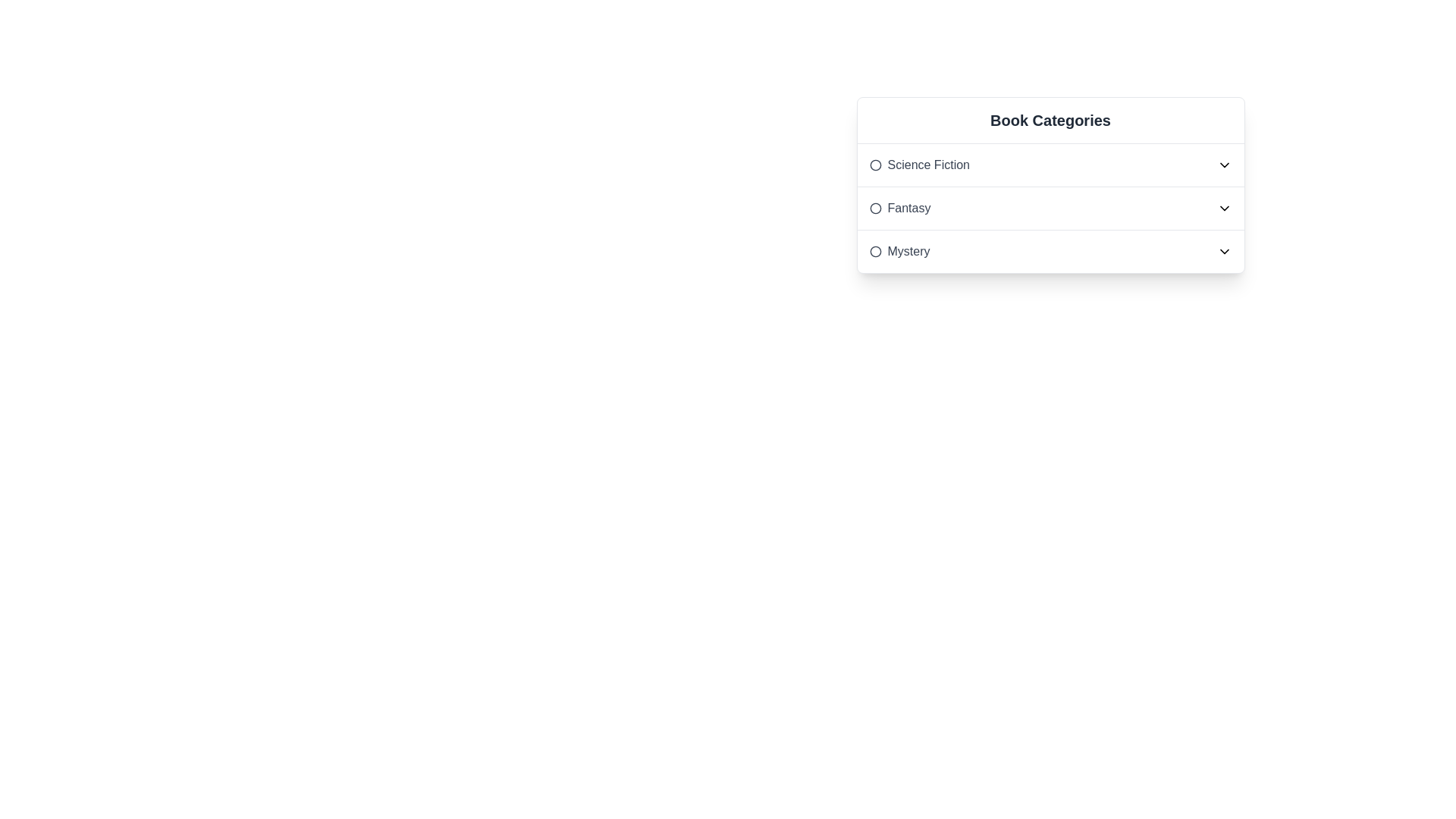  Describe the element at coordinates (909, 208) in the screenshot. I see `the radio button associated with the 'Fantasy' category in the 'Book Categories' list` at that location.